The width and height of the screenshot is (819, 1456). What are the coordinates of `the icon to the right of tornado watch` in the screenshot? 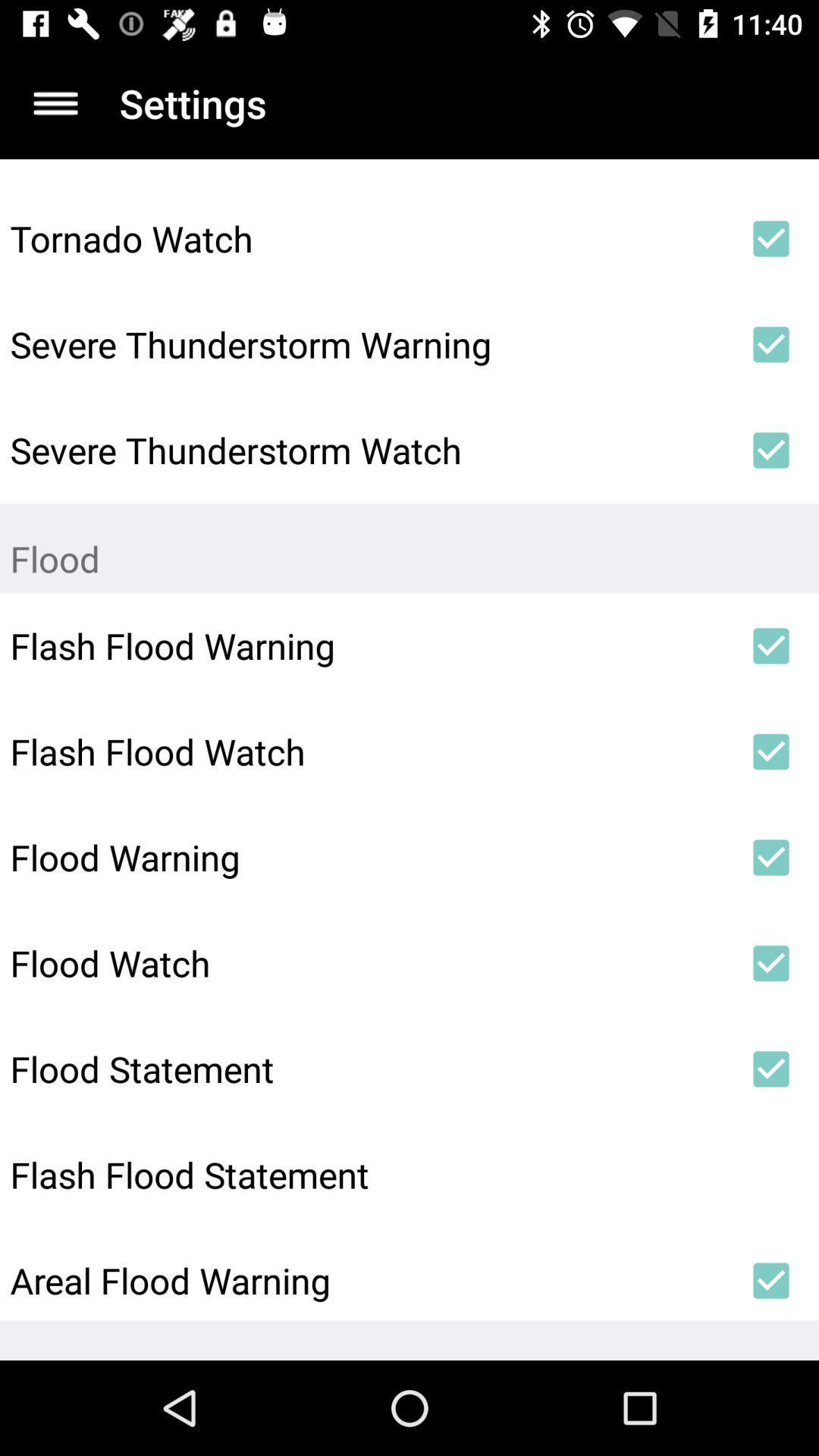 It's located at (771, 238).